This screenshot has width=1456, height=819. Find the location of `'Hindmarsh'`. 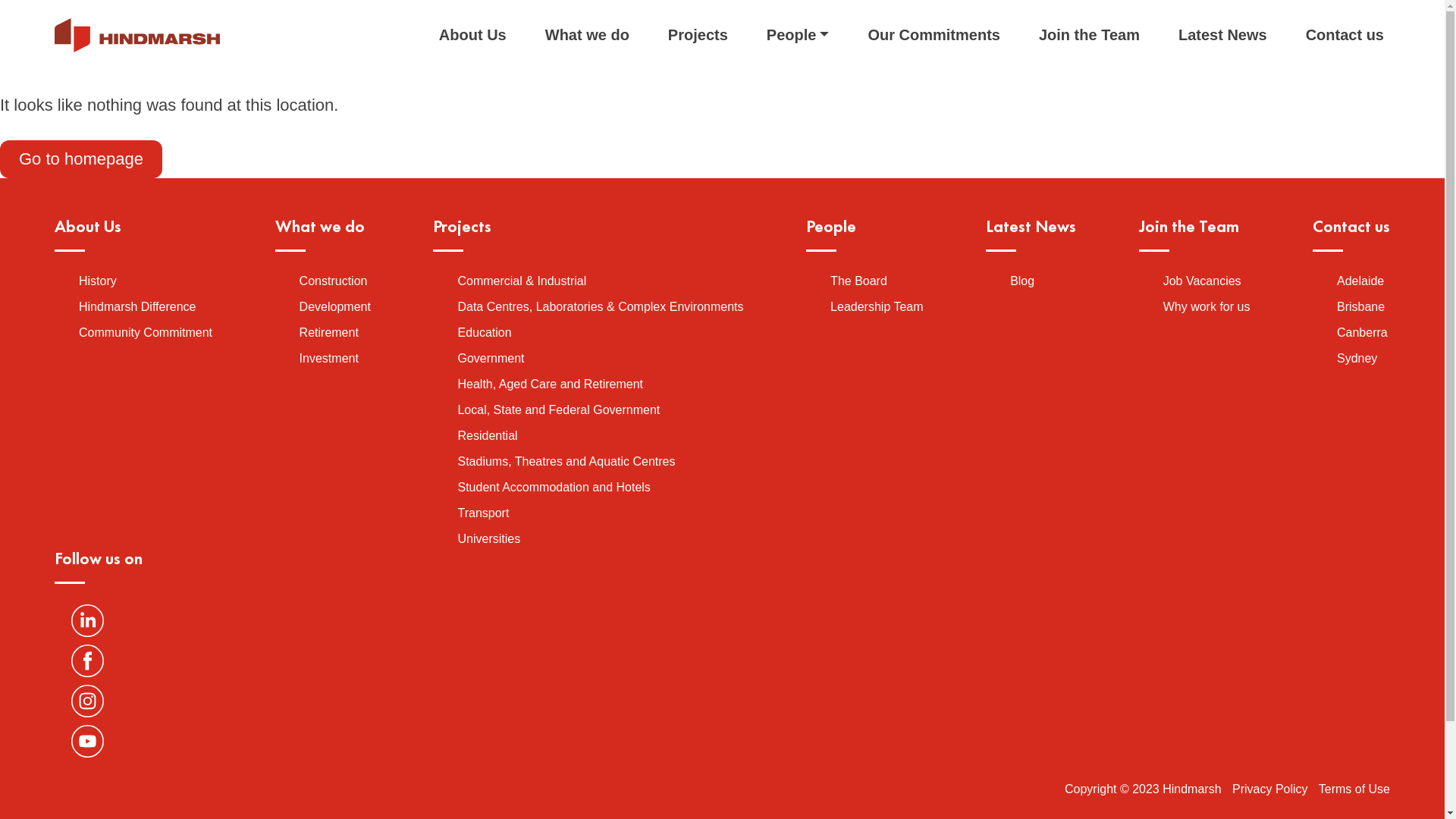

'Hindmarsh' is located at coordinates (137, 34).